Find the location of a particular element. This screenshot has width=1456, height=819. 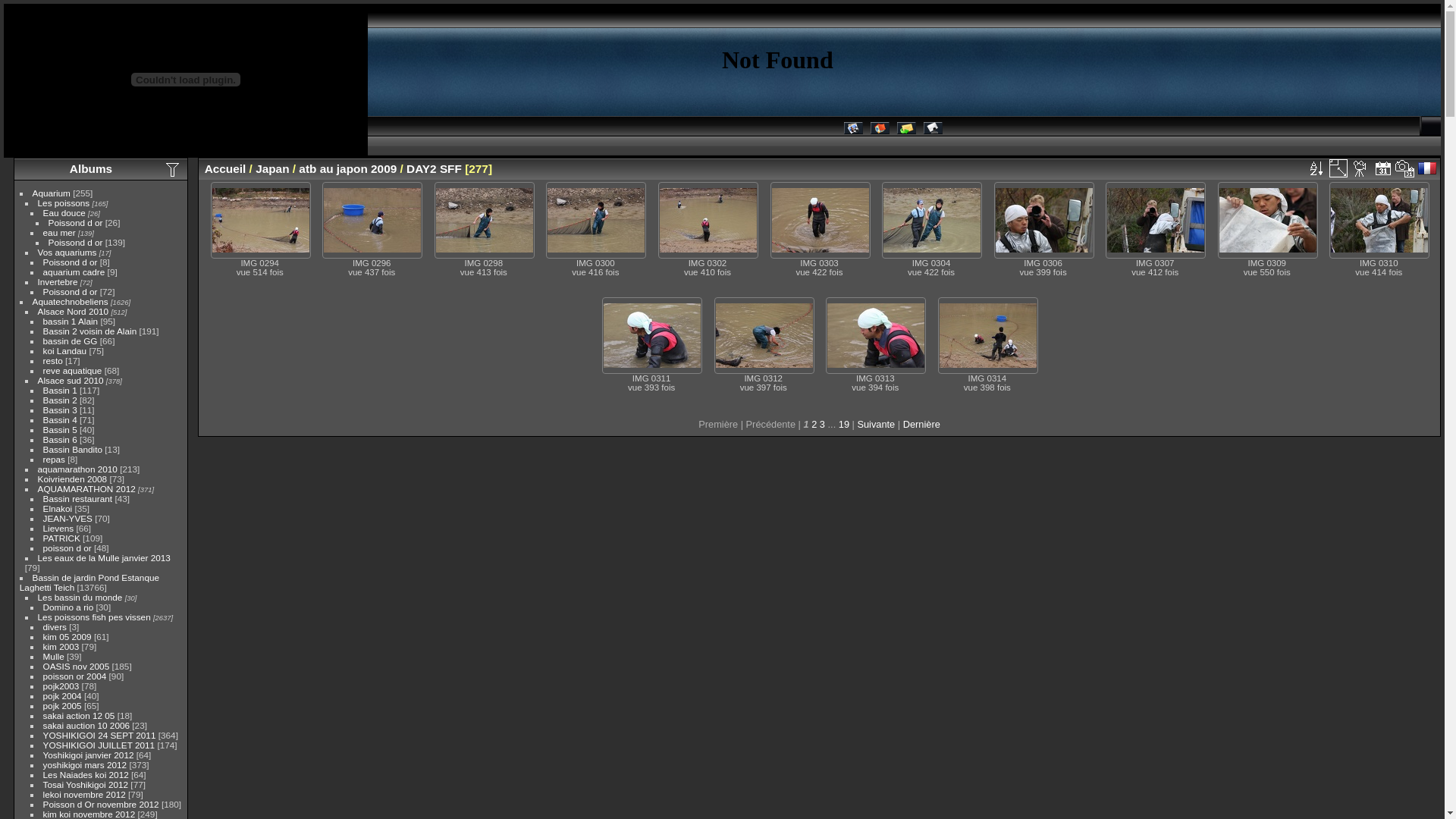

'DAY2 SFF' is located at coordinates (433, 168).